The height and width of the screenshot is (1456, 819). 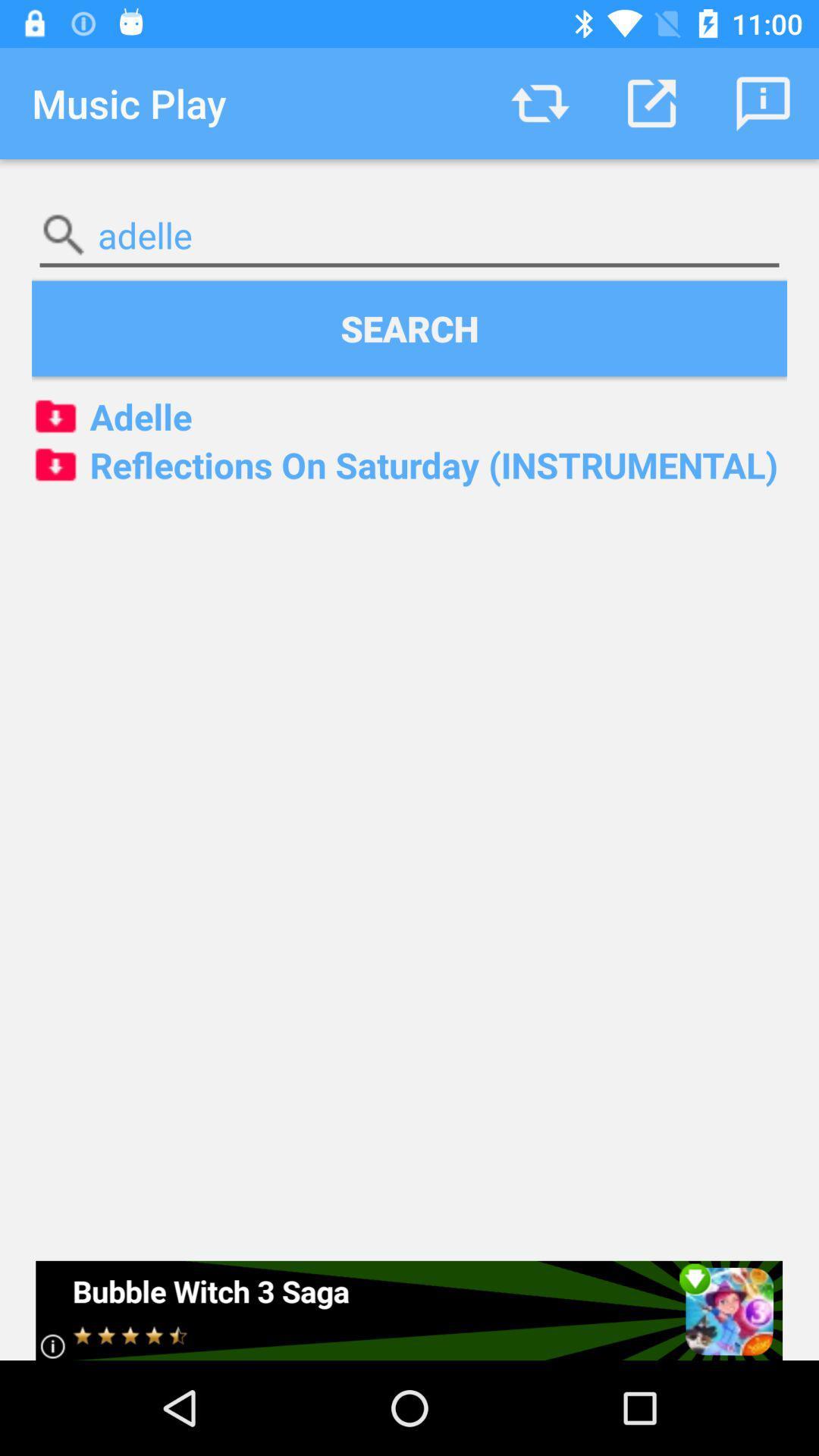 What do you see at coordinates (409, 328) in the screenshot?
I see `item below the adelle item` at bounding box center [409, 328].